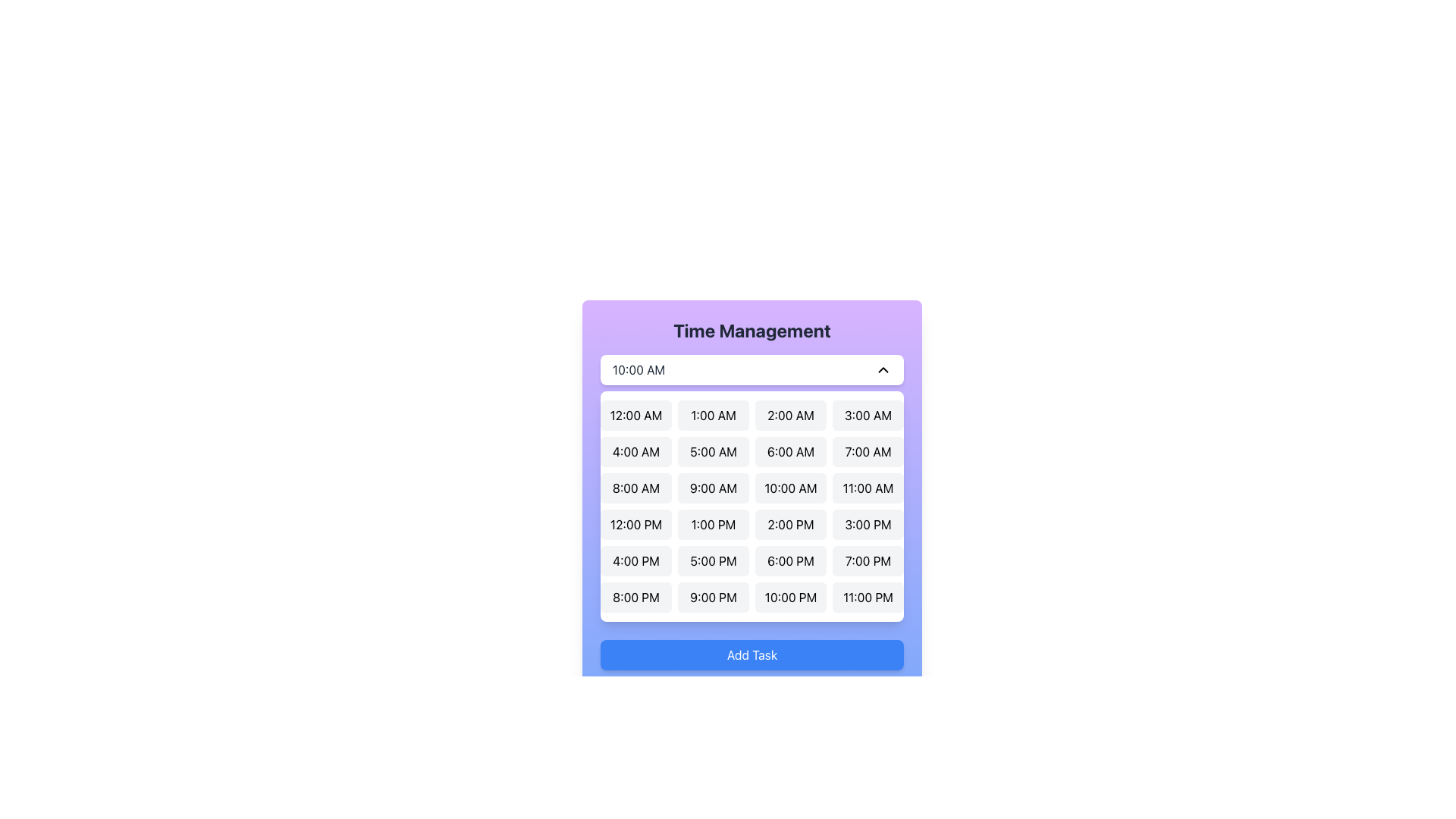 The height and width of the screenshot is (819, 1456). I want to click on the button labeled '6:00 PM', which is a rectangular button with rounded corners, so click(789, 561).